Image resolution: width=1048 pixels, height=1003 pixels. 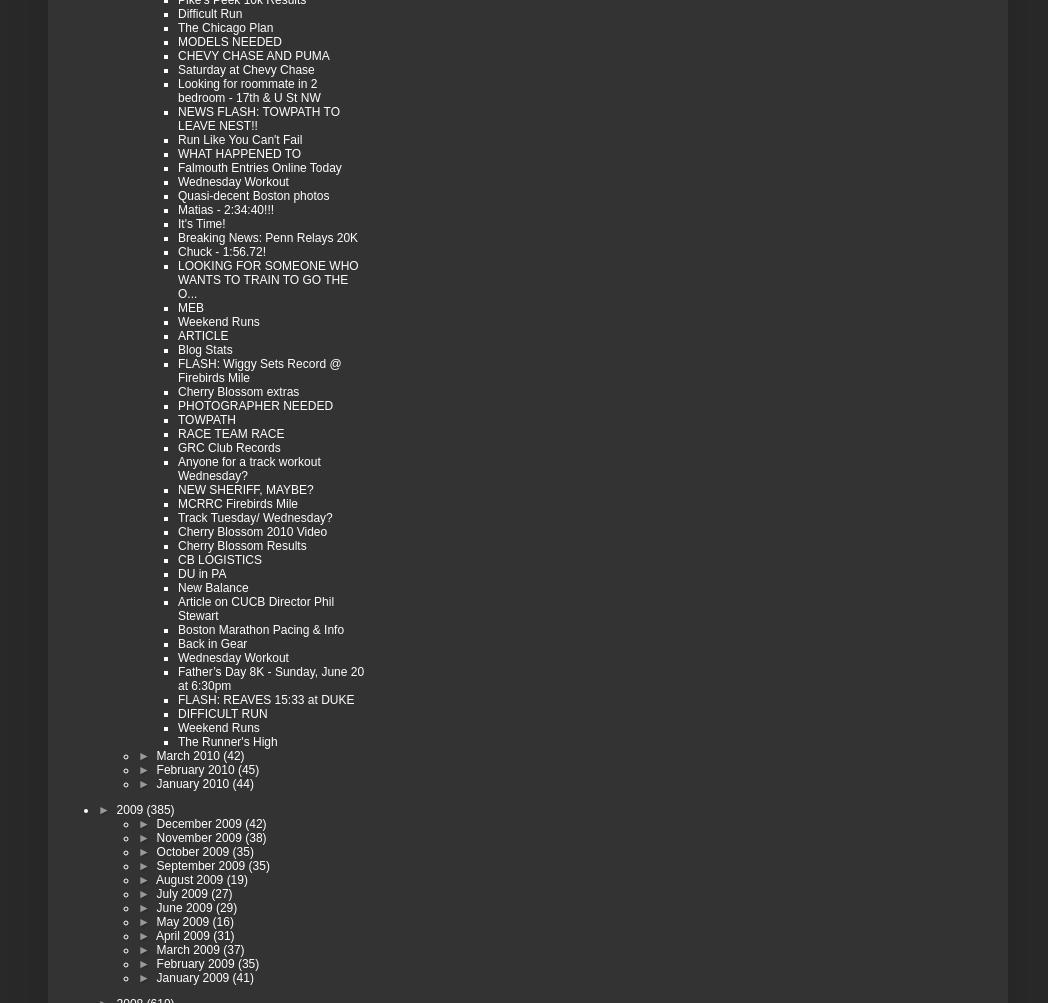 What do you see at coordinates (188, 753) in the screenshot?
I see `'March 2010'` at bounding box center [188, 753].